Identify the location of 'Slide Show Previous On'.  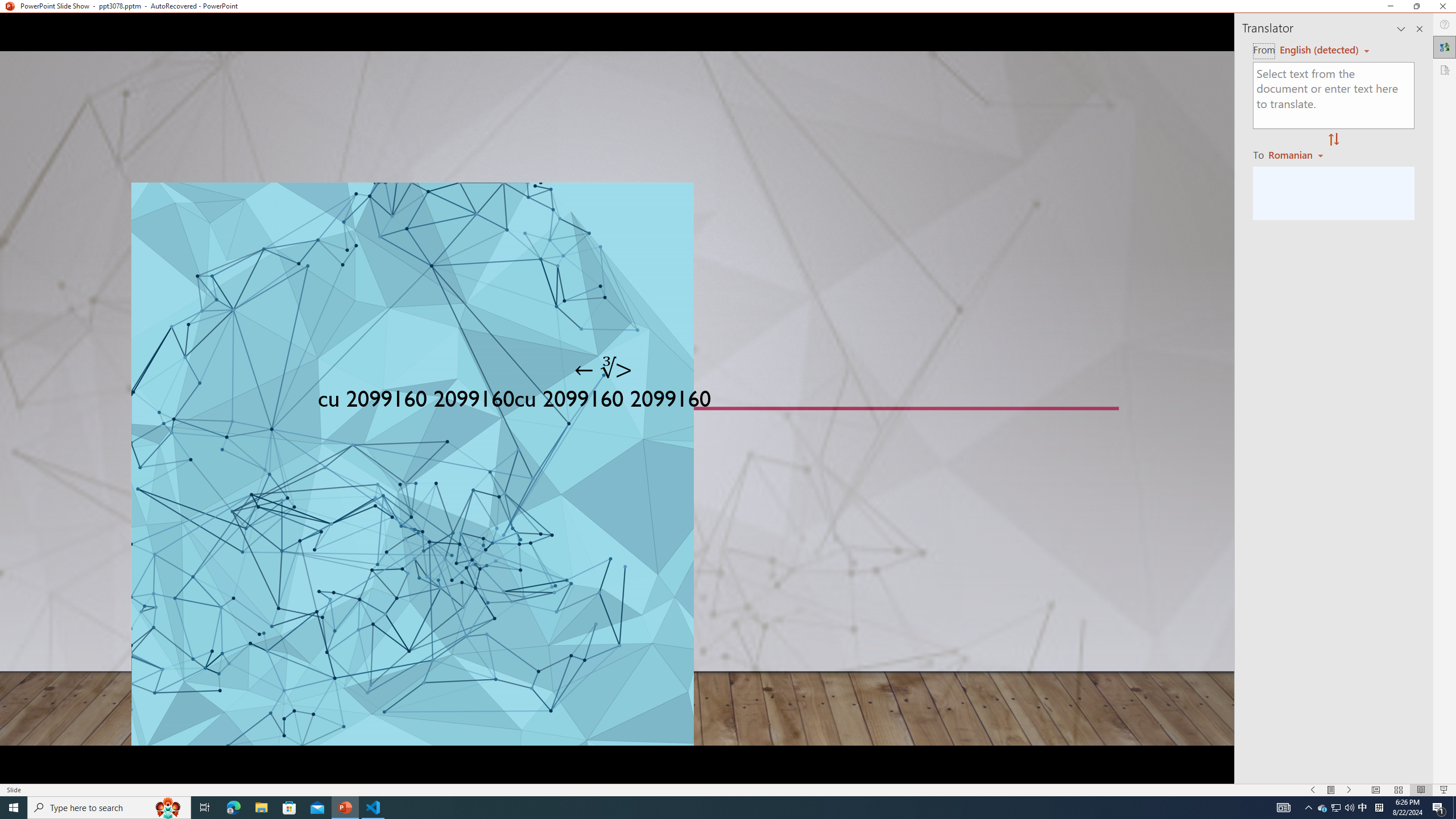
(1313, 790).